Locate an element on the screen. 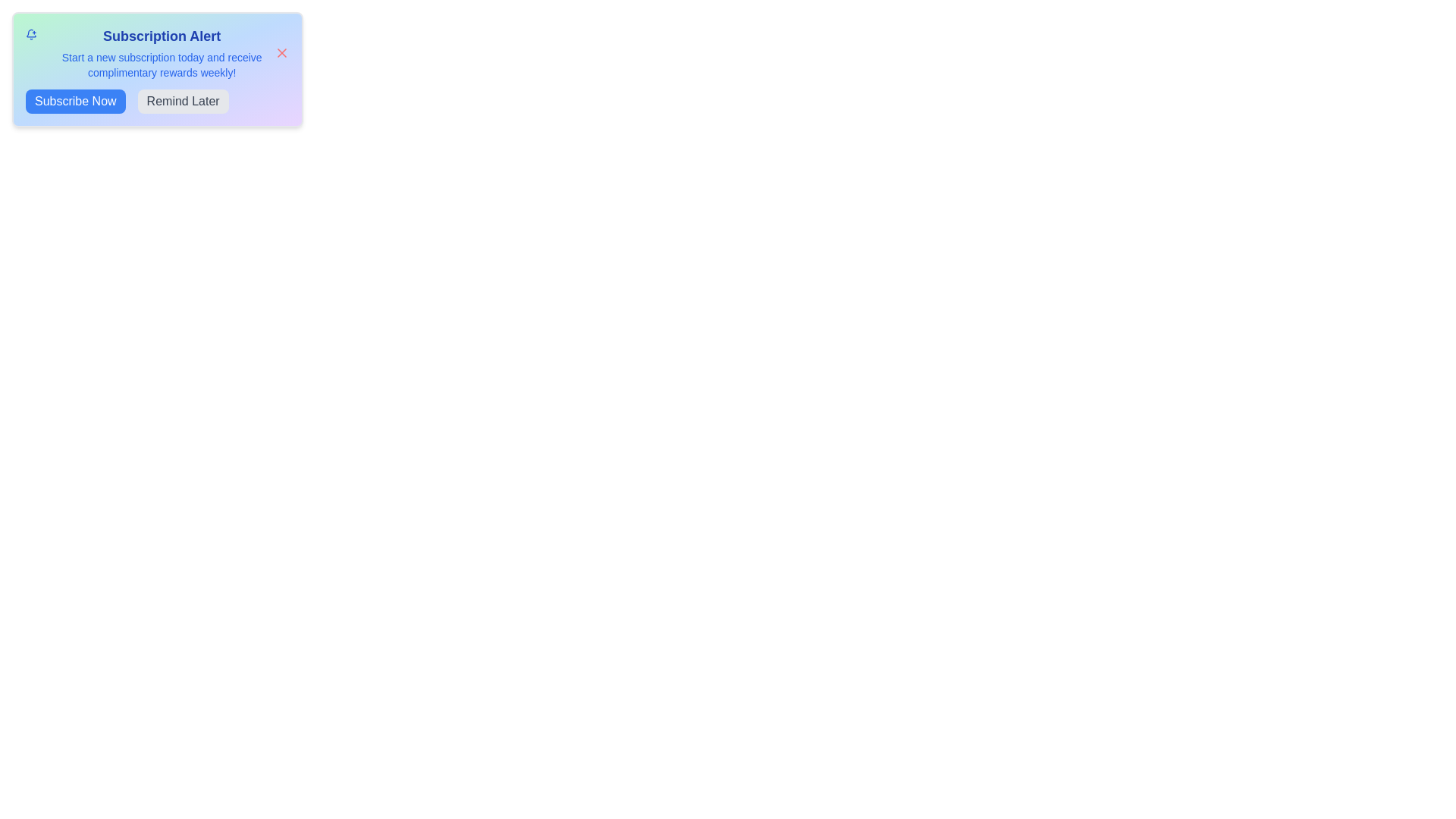  'Subscribe Now' button is located at coordinates (74, 102).